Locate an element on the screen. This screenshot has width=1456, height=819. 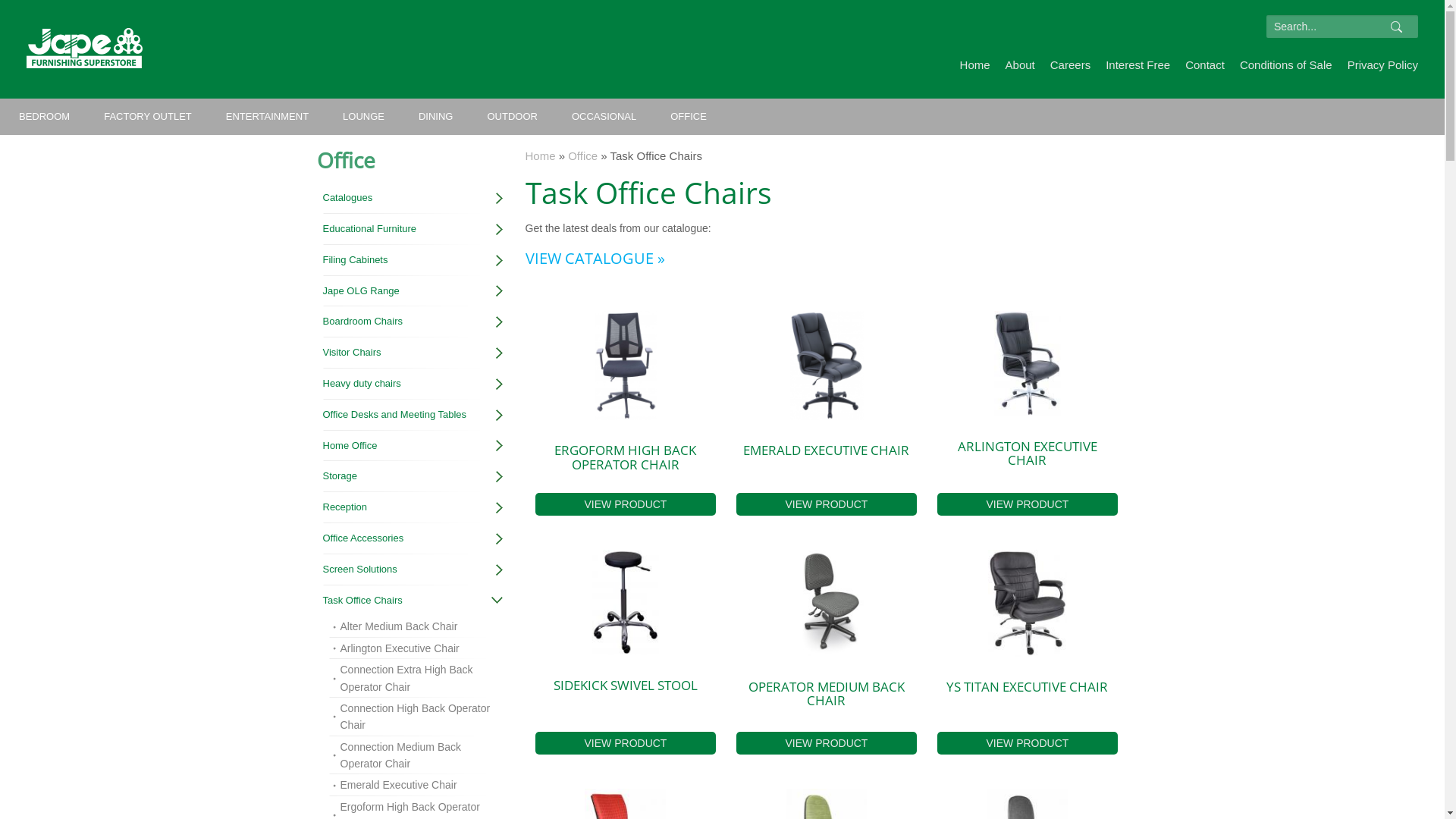
'Task Office Chairs' is located at coordinates (413, 600).